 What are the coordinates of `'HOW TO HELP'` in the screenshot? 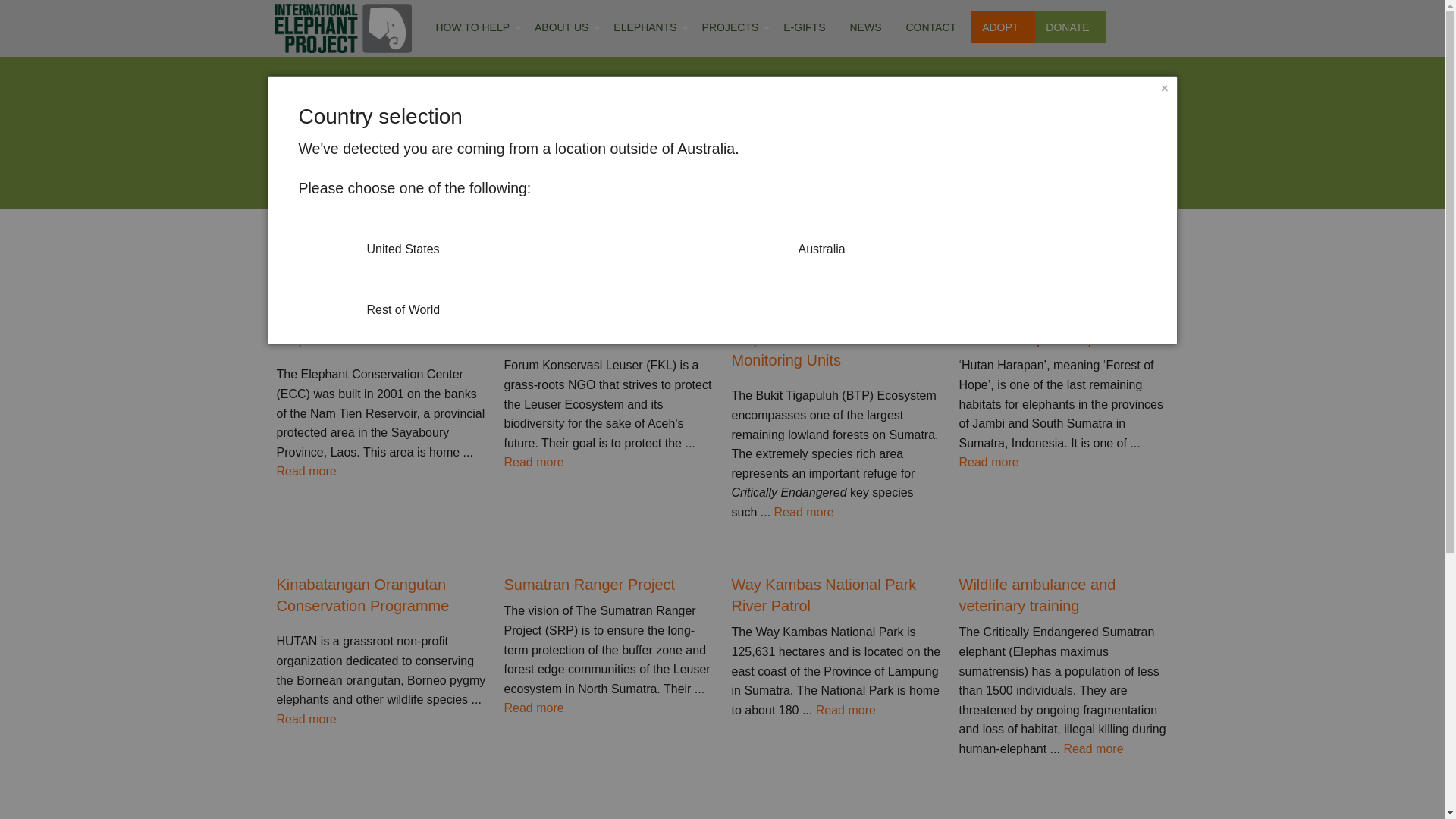 It's located at (475, 27).